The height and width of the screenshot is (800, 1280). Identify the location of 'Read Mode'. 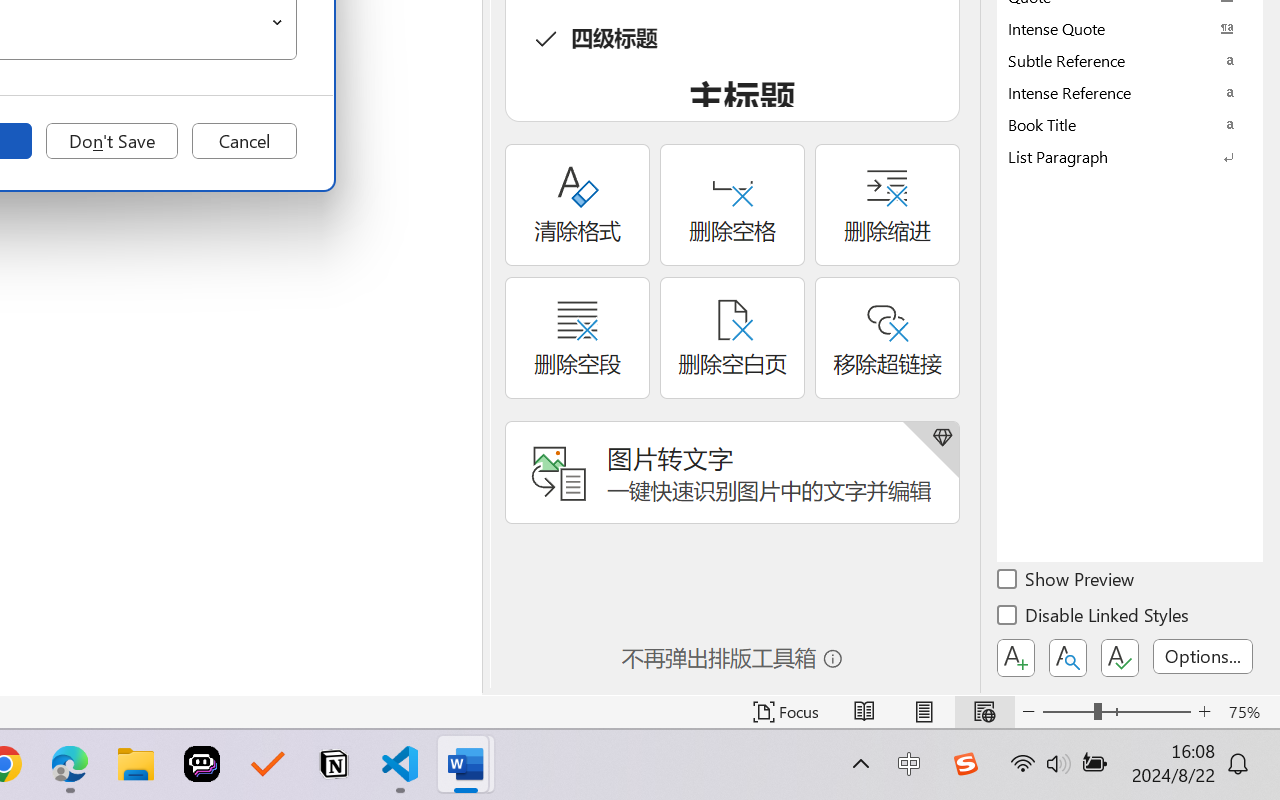
(864, 711).